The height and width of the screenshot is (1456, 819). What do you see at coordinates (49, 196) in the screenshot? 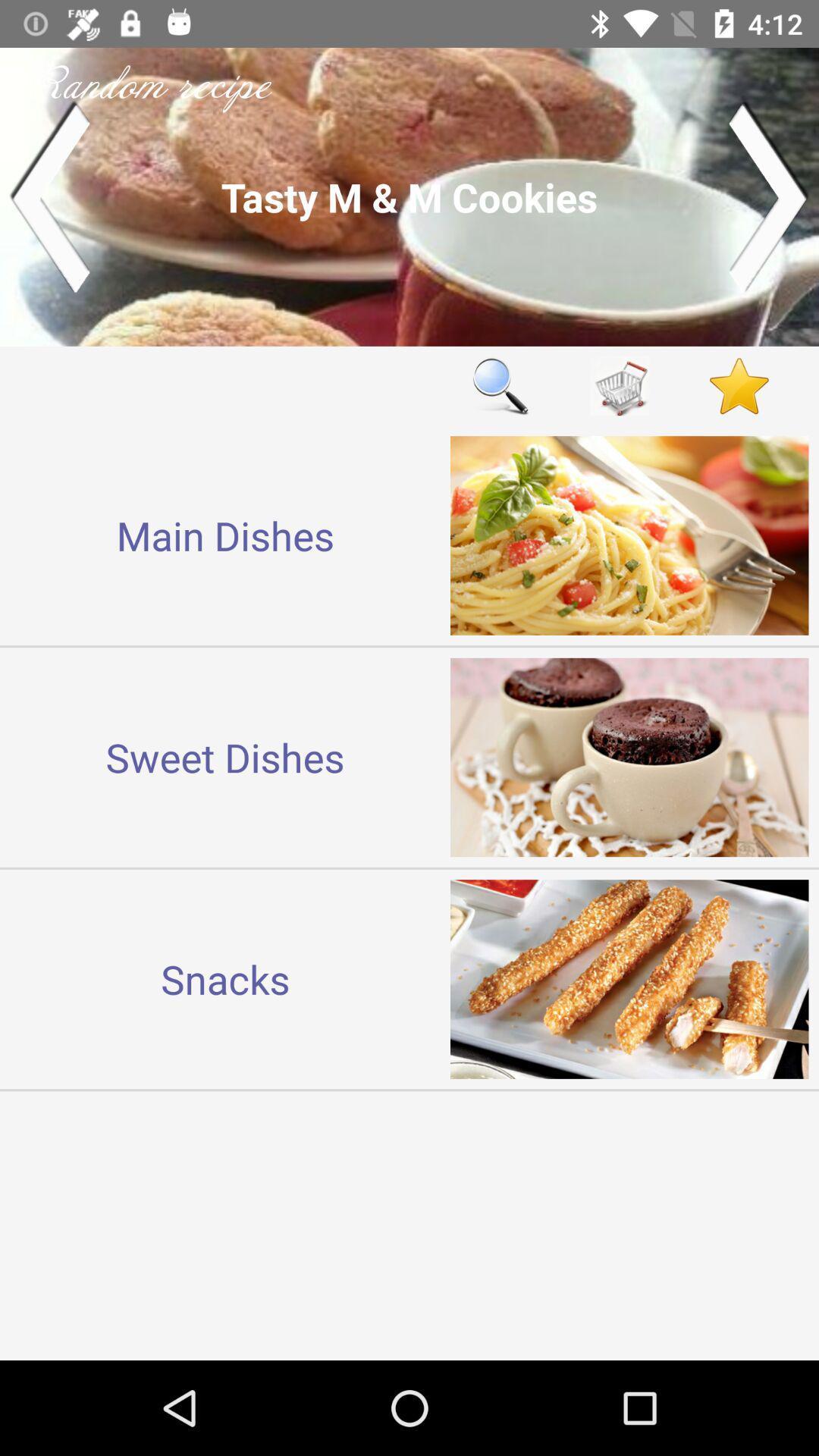
I see `previous menu` at bounding box center [49, 196].